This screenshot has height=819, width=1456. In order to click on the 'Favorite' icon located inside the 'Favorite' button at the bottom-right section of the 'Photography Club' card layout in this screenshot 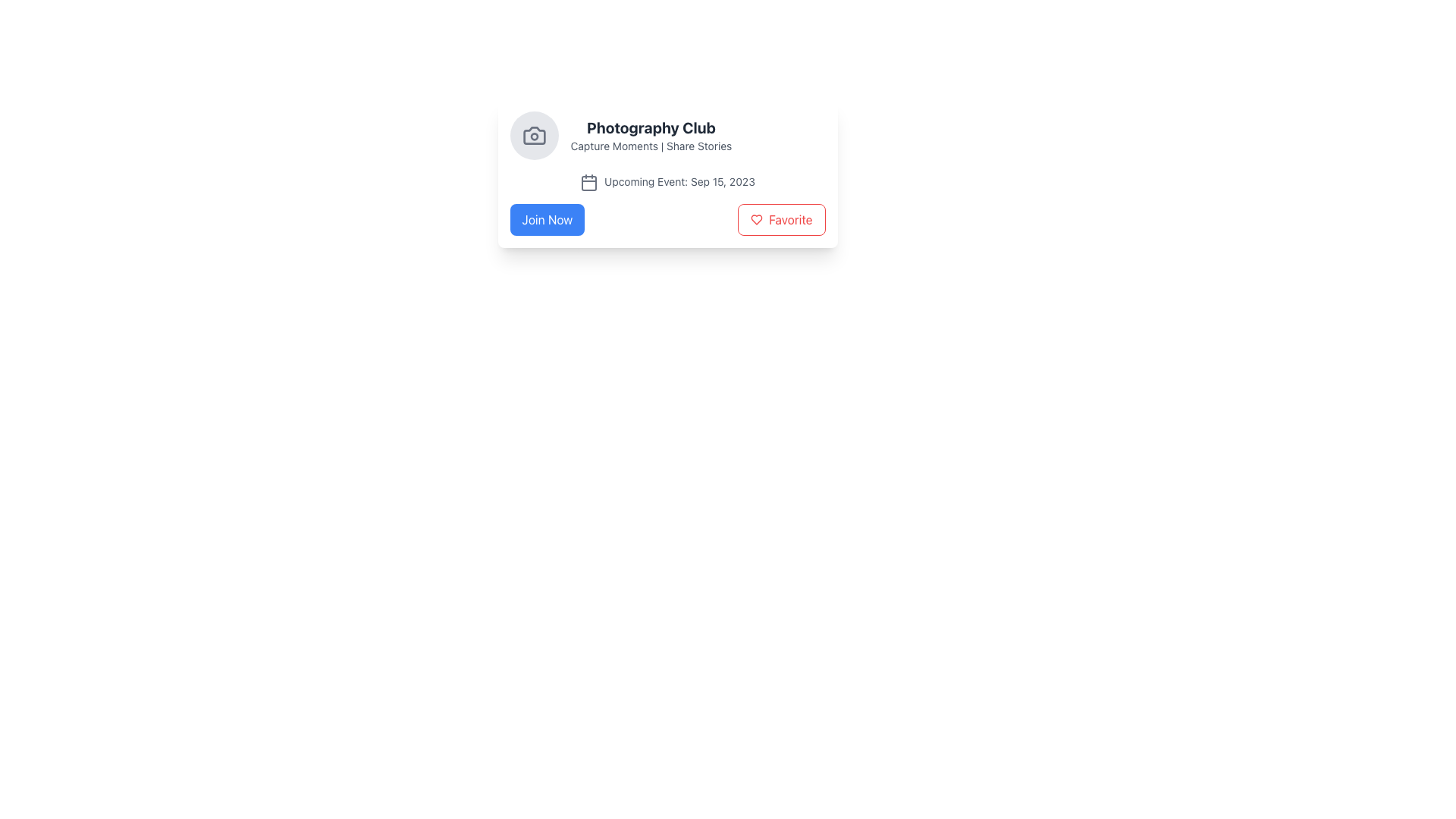, I will do `click(757, 219)`.